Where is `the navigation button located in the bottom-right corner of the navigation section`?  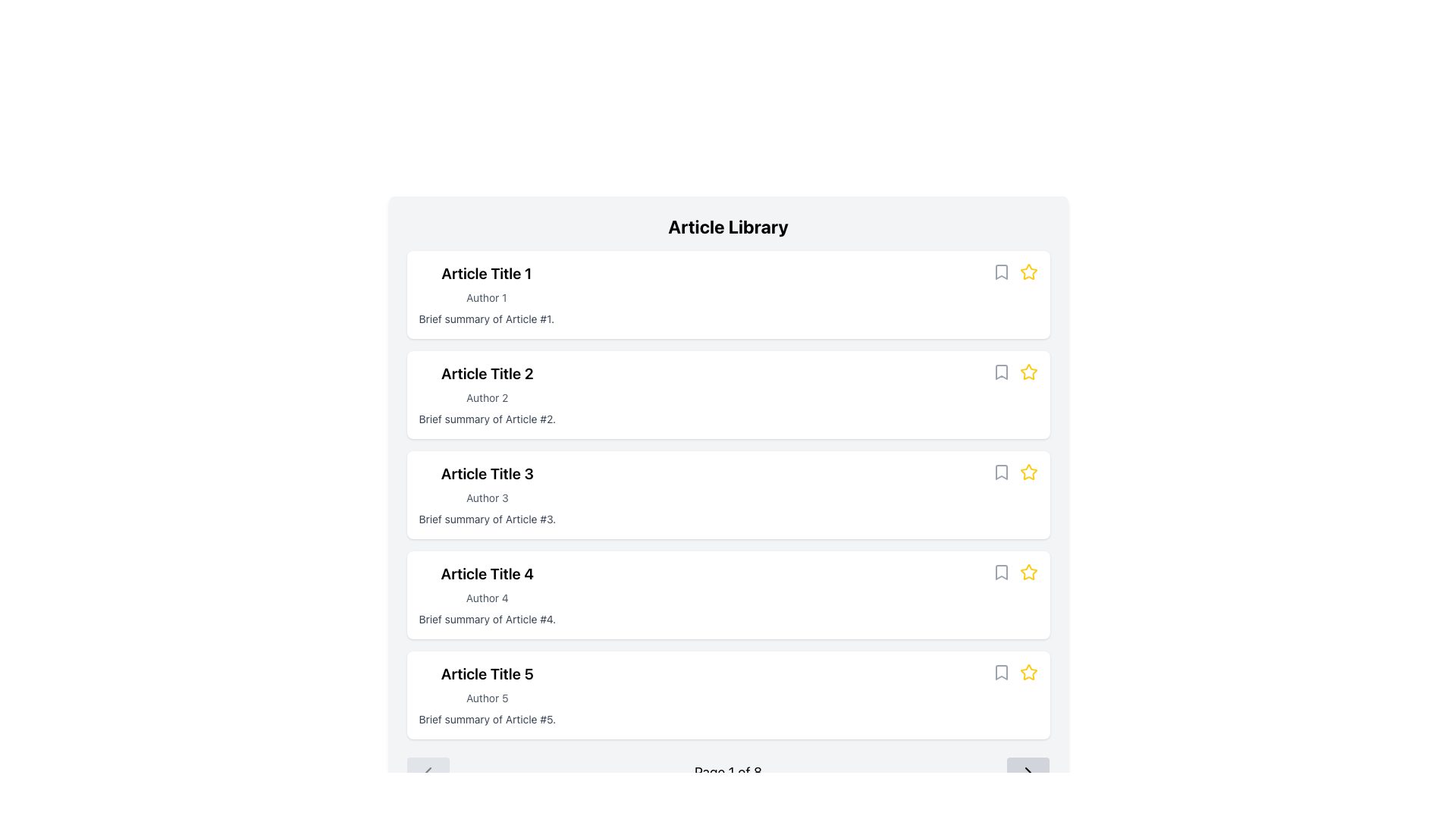
the navigation button located in the bottom-right corner of the navigation section is located at coordinates (1028, 772).